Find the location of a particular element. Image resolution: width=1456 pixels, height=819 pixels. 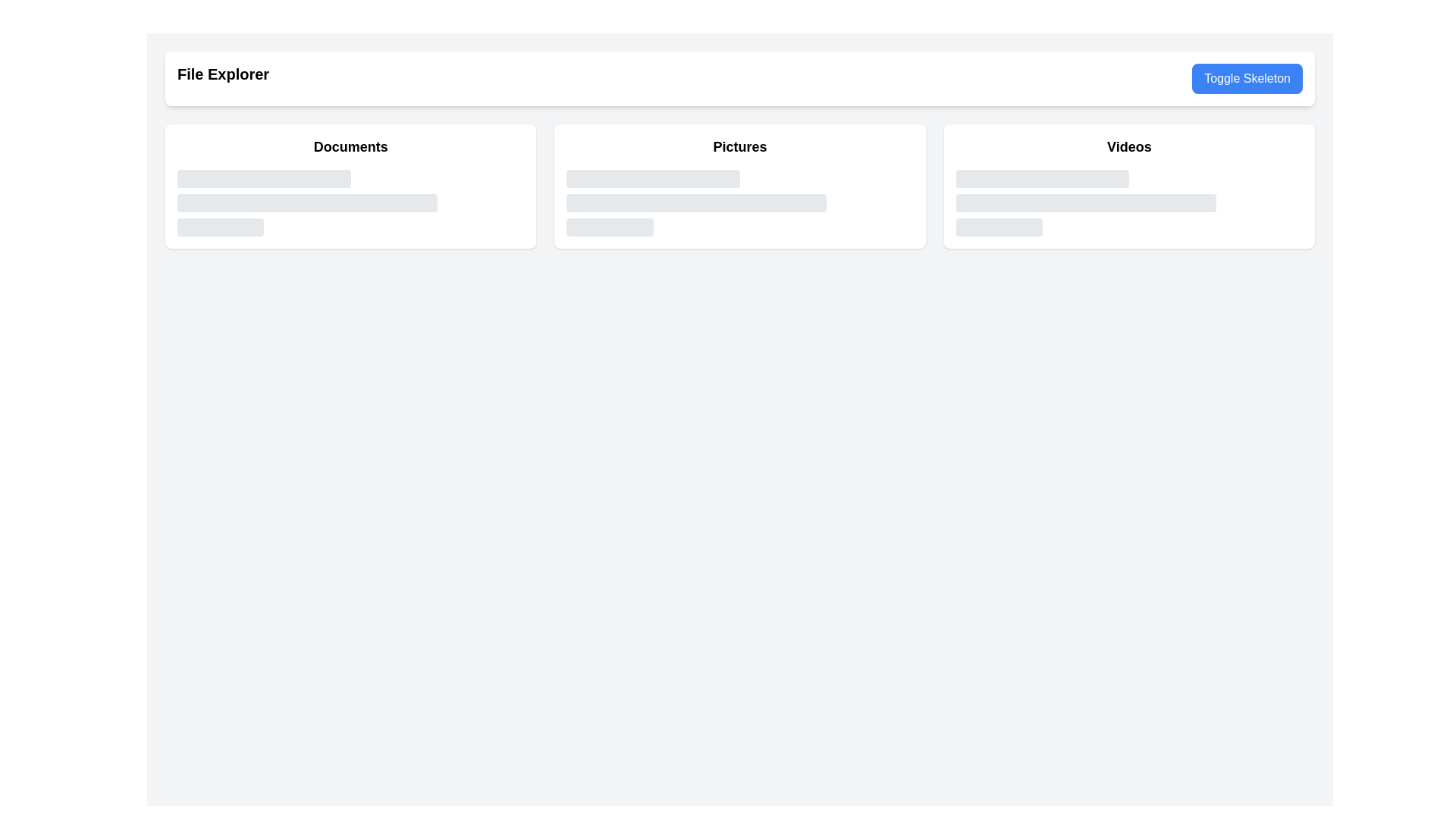

the first Placeholder Bar element in the 'Pictures' section, which is a light gray, horizontally-oriented rectangular bar with rounded edges is located at coordinates (653, 177).